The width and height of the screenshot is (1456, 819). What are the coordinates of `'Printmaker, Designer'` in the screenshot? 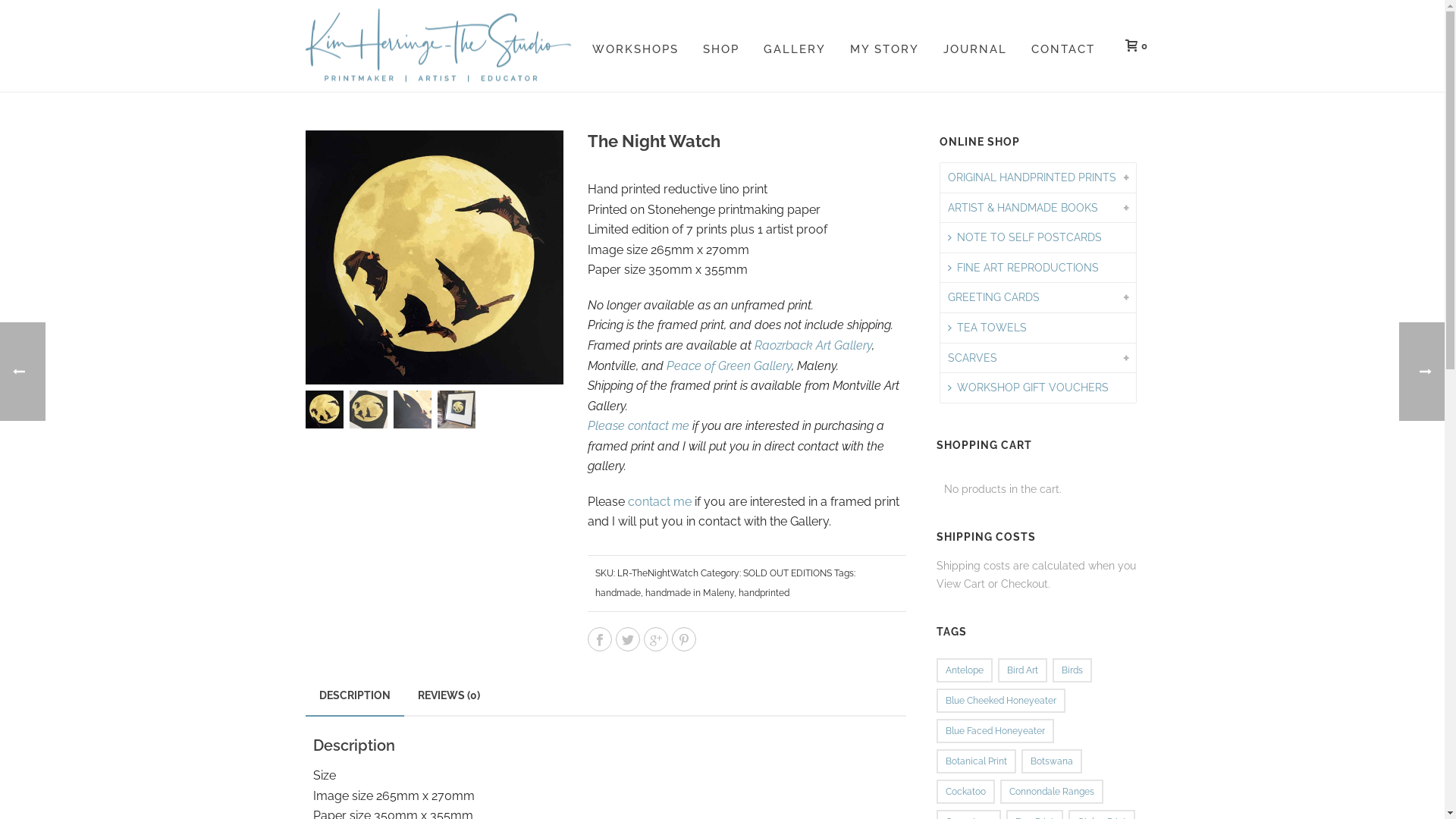 It's located at (436, 45).